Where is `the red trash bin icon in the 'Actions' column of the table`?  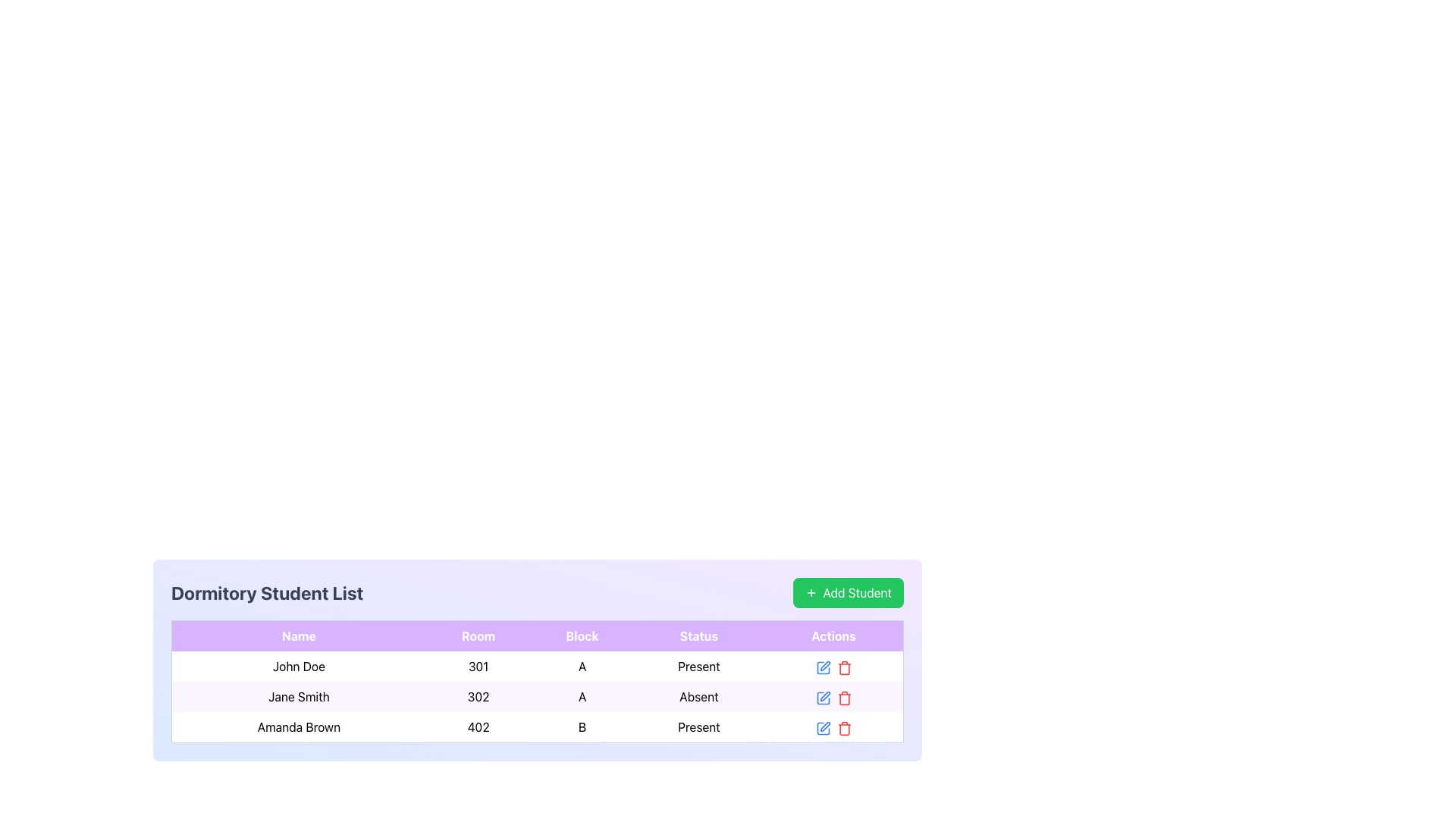
the red trash bin icon in the 'Actions' column of the table is located at coordinates (843, 696).